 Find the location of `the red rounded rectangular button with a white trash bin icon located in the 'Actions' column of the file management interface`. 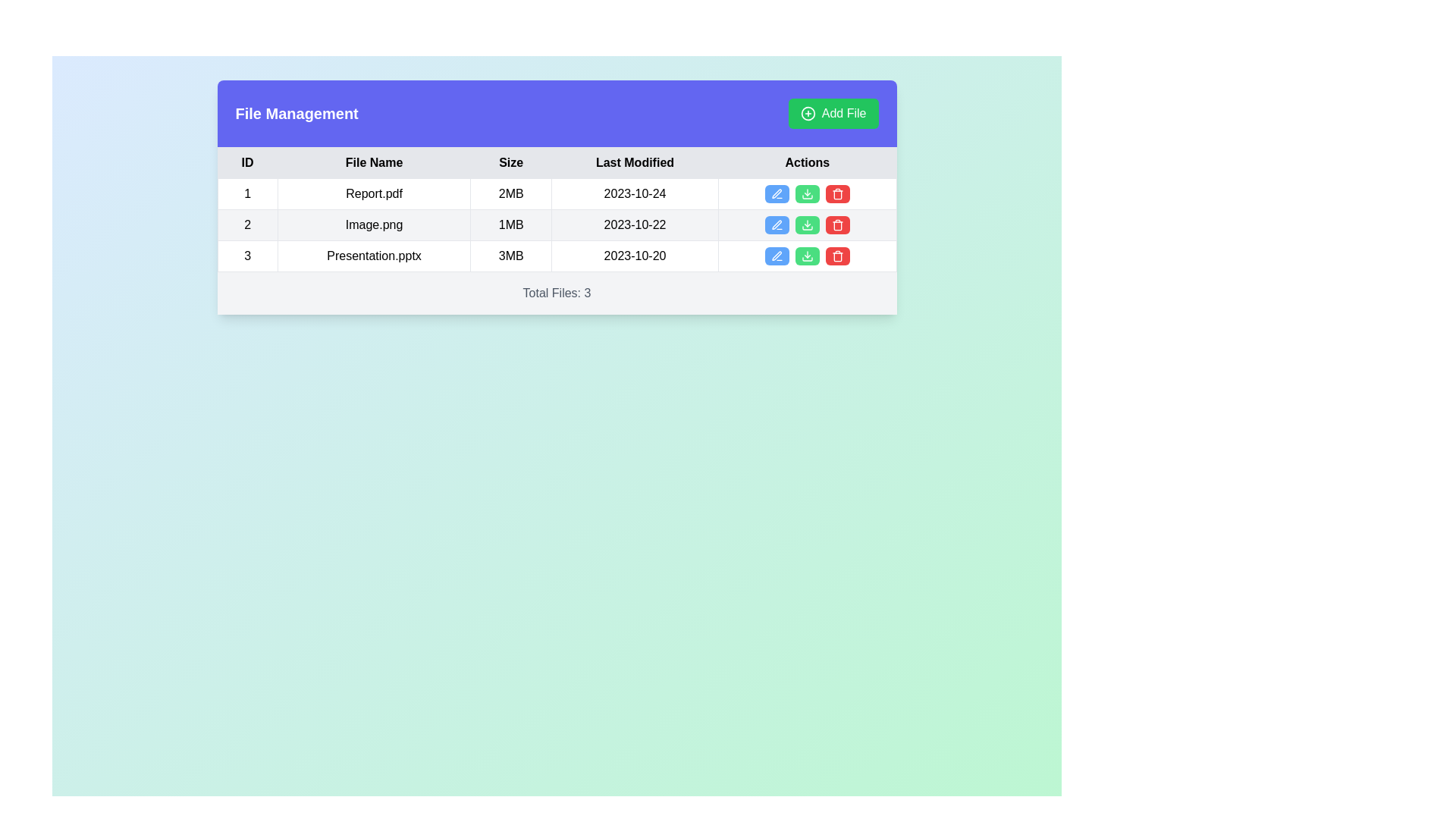

the red rounded rectangular button with a white trash bin icon located in the 'Actions' column of the file management interface is located at coordinates (836, 225).